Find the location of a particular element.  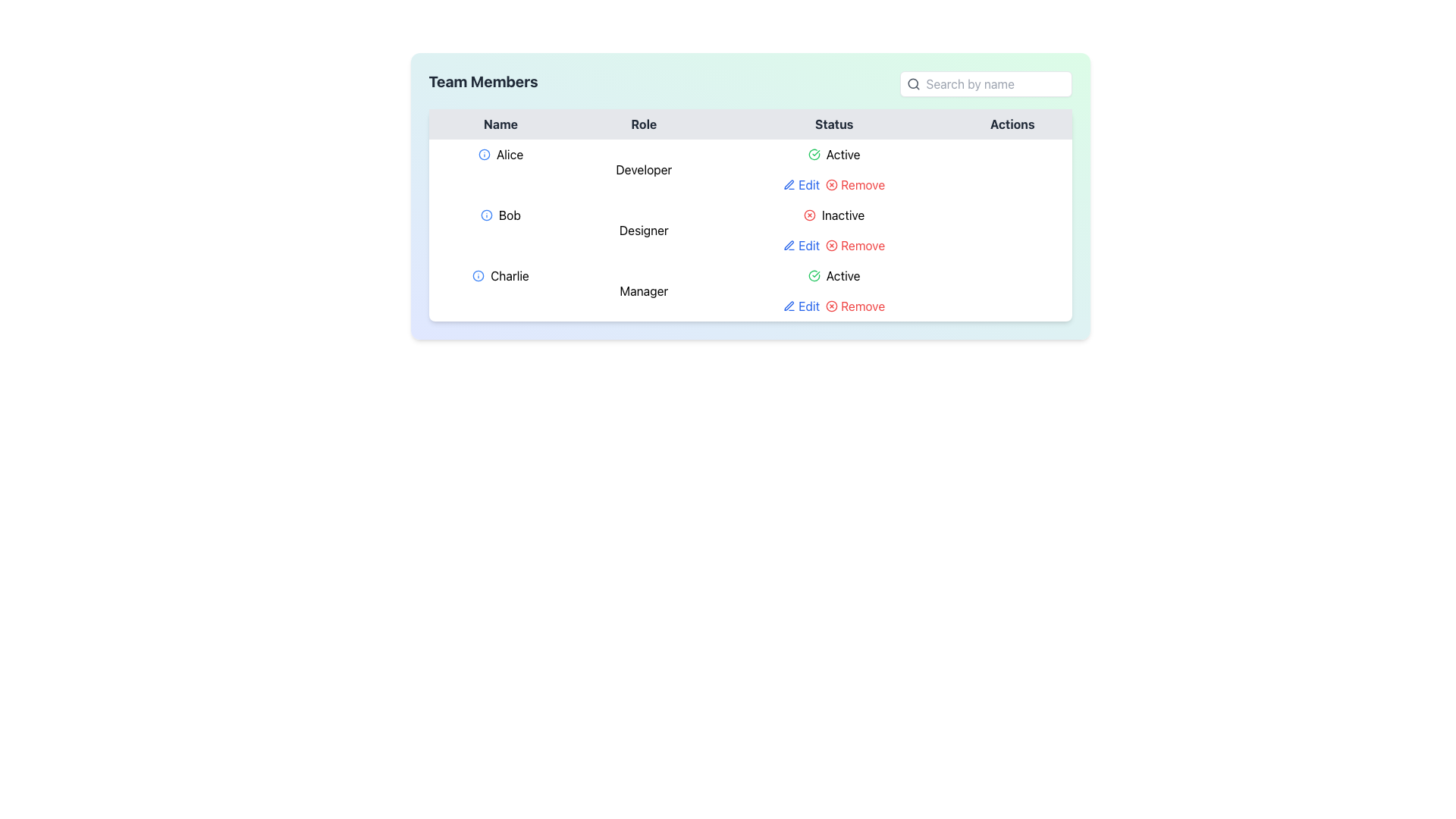

the 'Inactive' status text with icon located in the second row of the table under the 'Status' column, which is horizontally aligned with the role 'Designer' is located at coordinates (833, 215).